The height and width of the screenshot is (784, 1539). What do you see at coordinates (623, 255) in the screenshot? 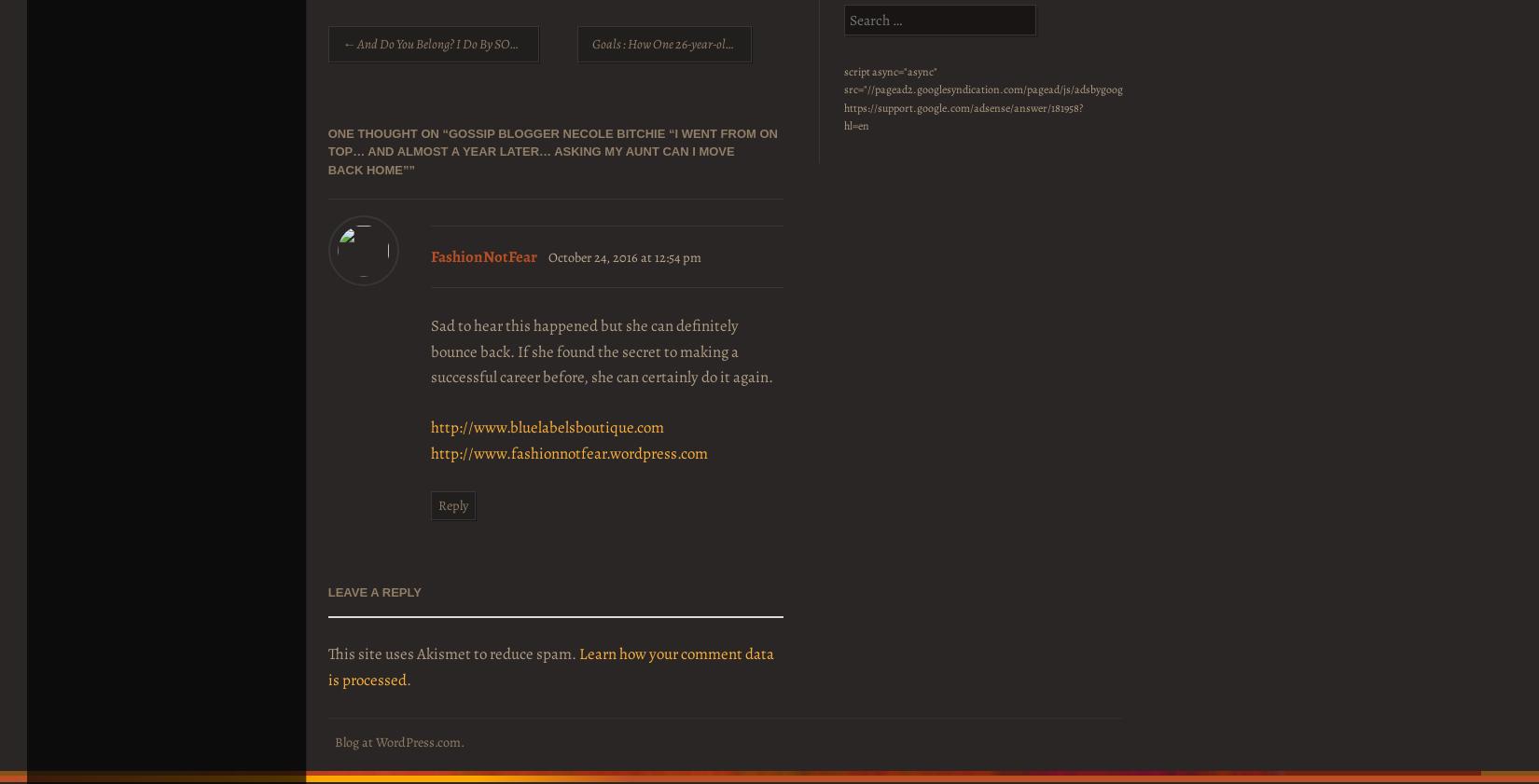
I see `'October 24, 2016 at 12:54 pm'` at bounding box center [623, 255].